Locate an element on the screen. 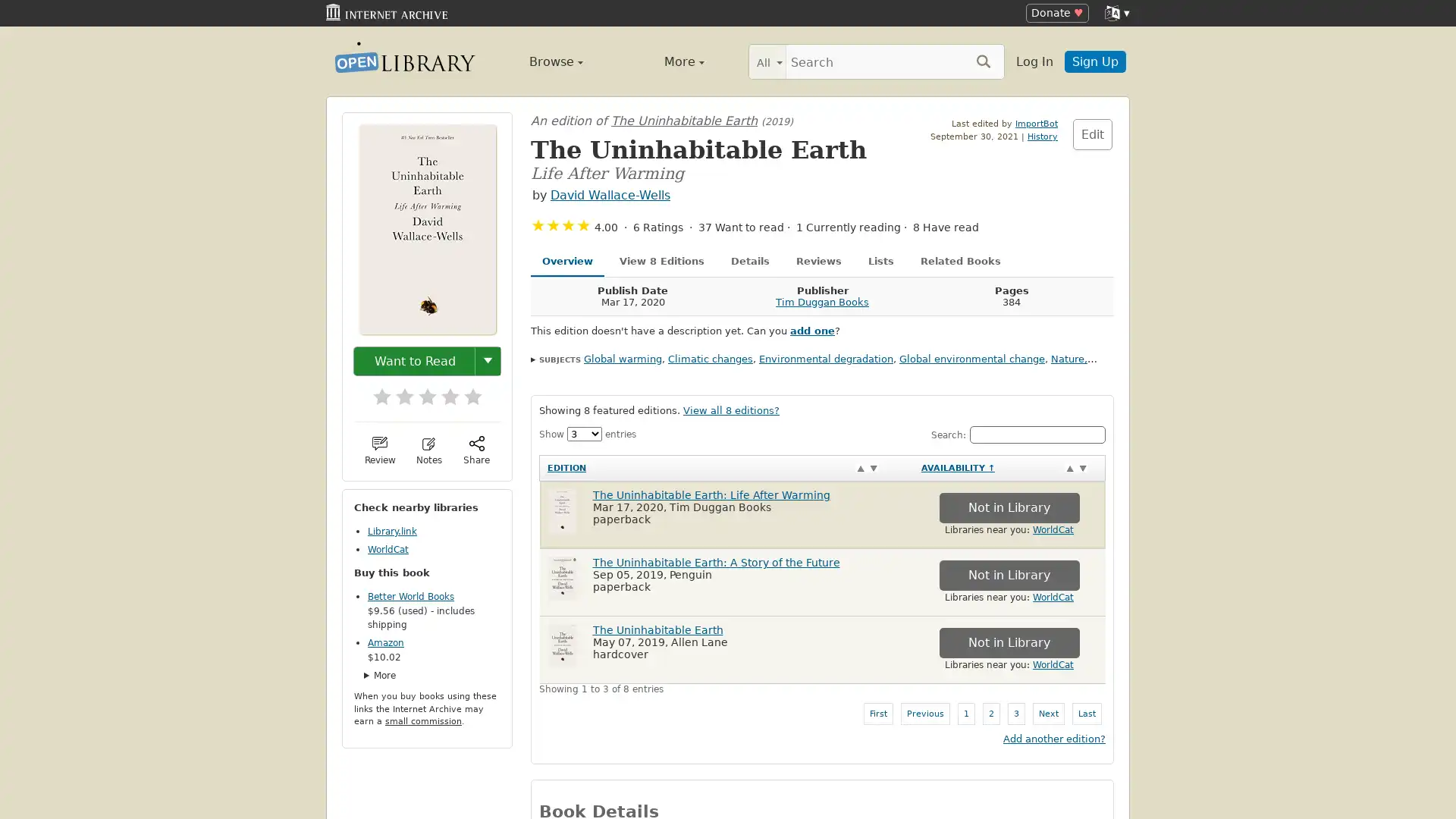 Image resolution: width=1456 pixels, height=819 pixels. Want to Read is located at coordinates (415, 360).